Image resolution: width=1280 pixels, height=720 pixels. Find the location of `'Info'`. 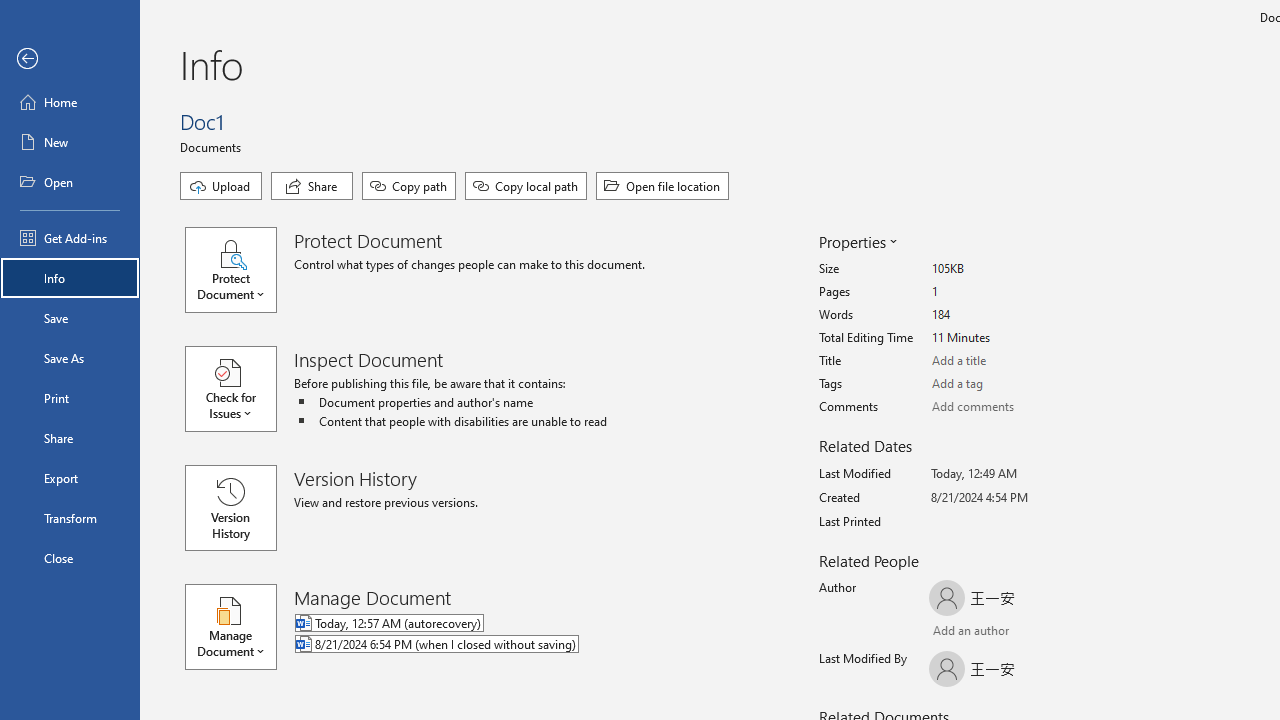

'Info' is located at coordinates (69, 277).